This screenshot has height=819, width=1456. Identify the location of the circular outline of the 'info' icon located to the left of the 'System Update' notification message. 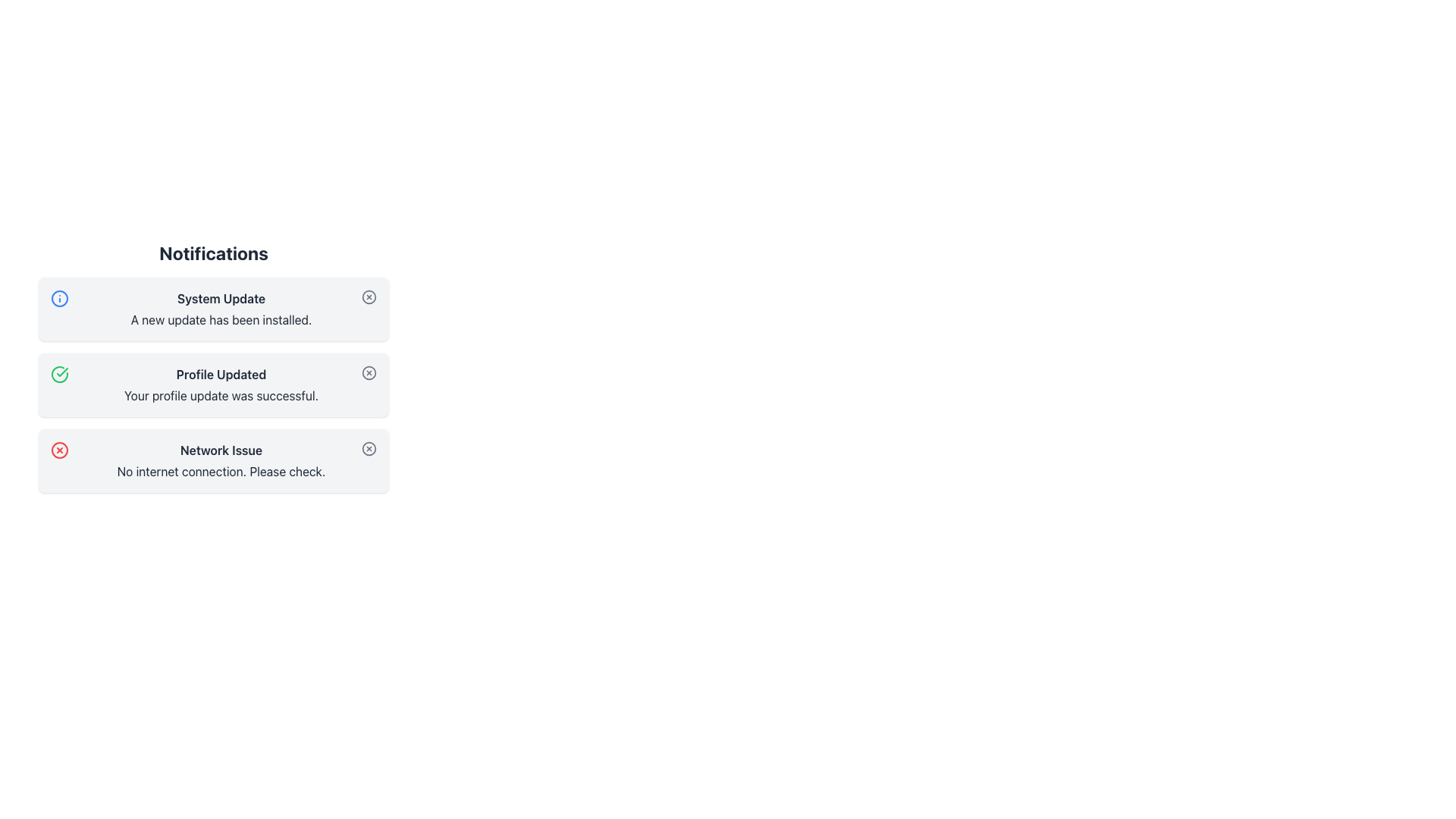
(59, 298).